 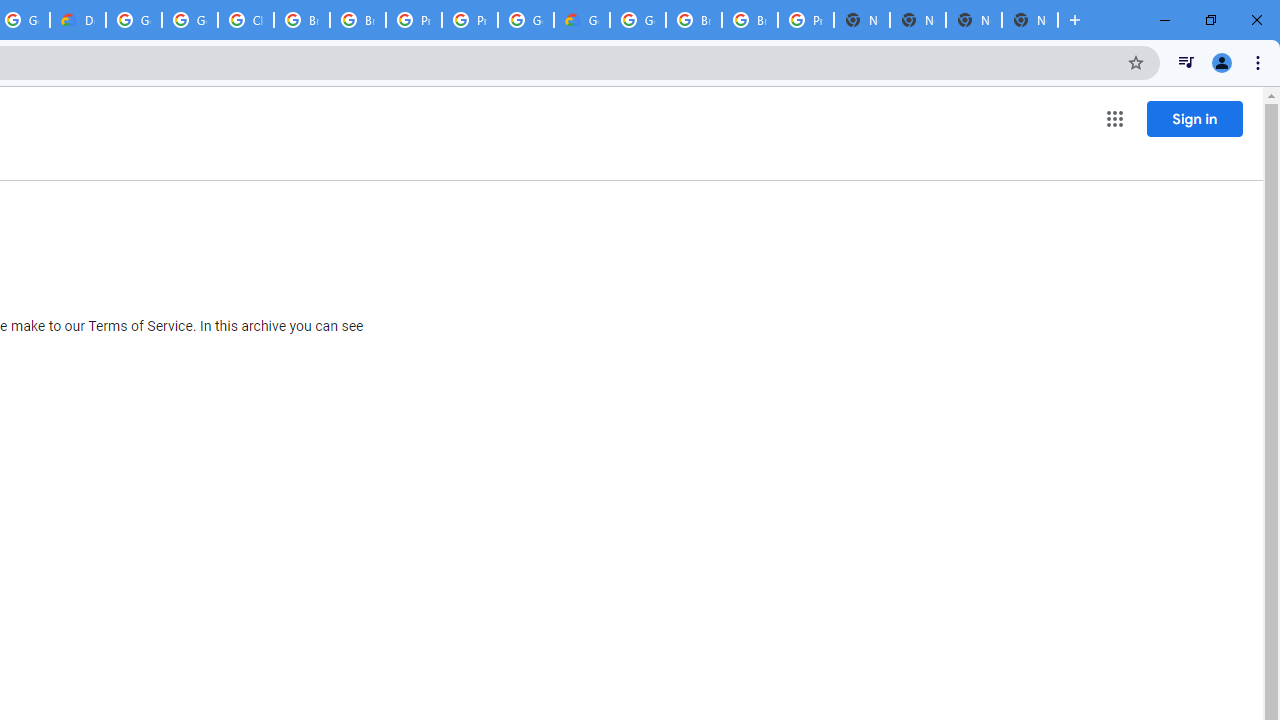 What do you see at coordinates (1030, 20) in the screenshot?
I see `'New Tab'` at bounding box center [1030, 20].